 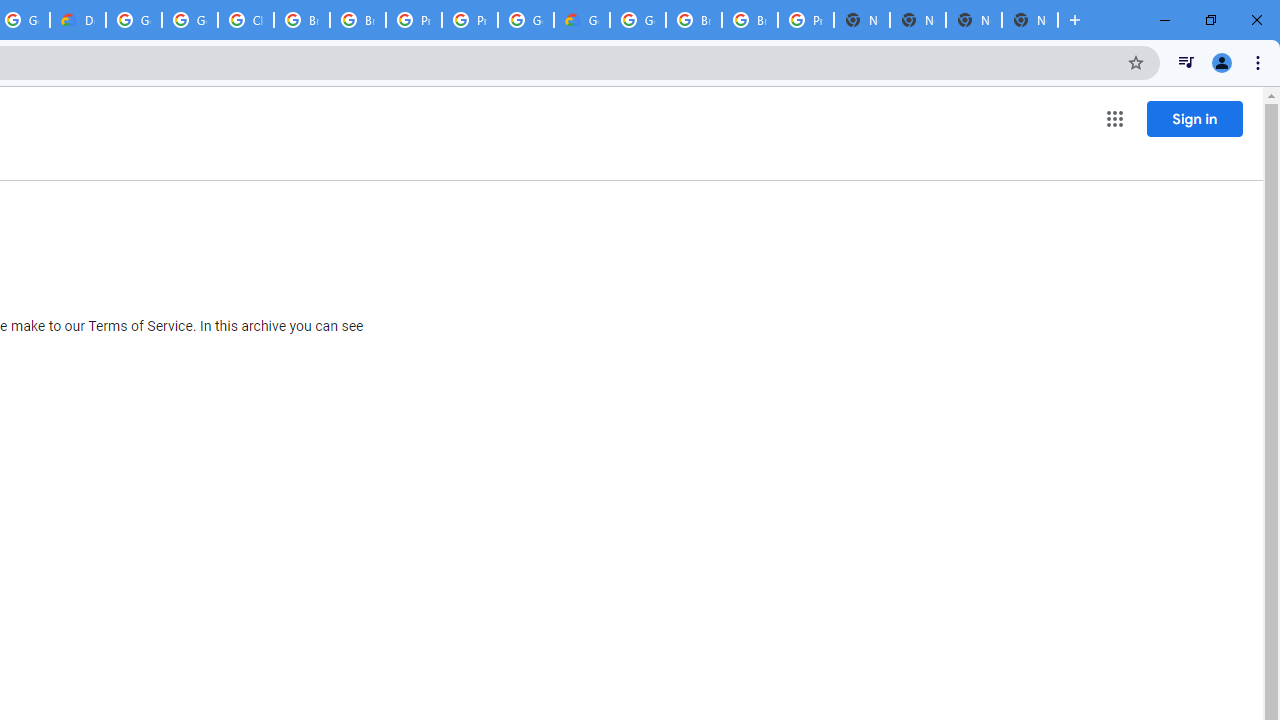 What do you see at coordinates (1030, 20) in the screenshot?
I see `'New Tab'` at bounding box center [1030, 20].